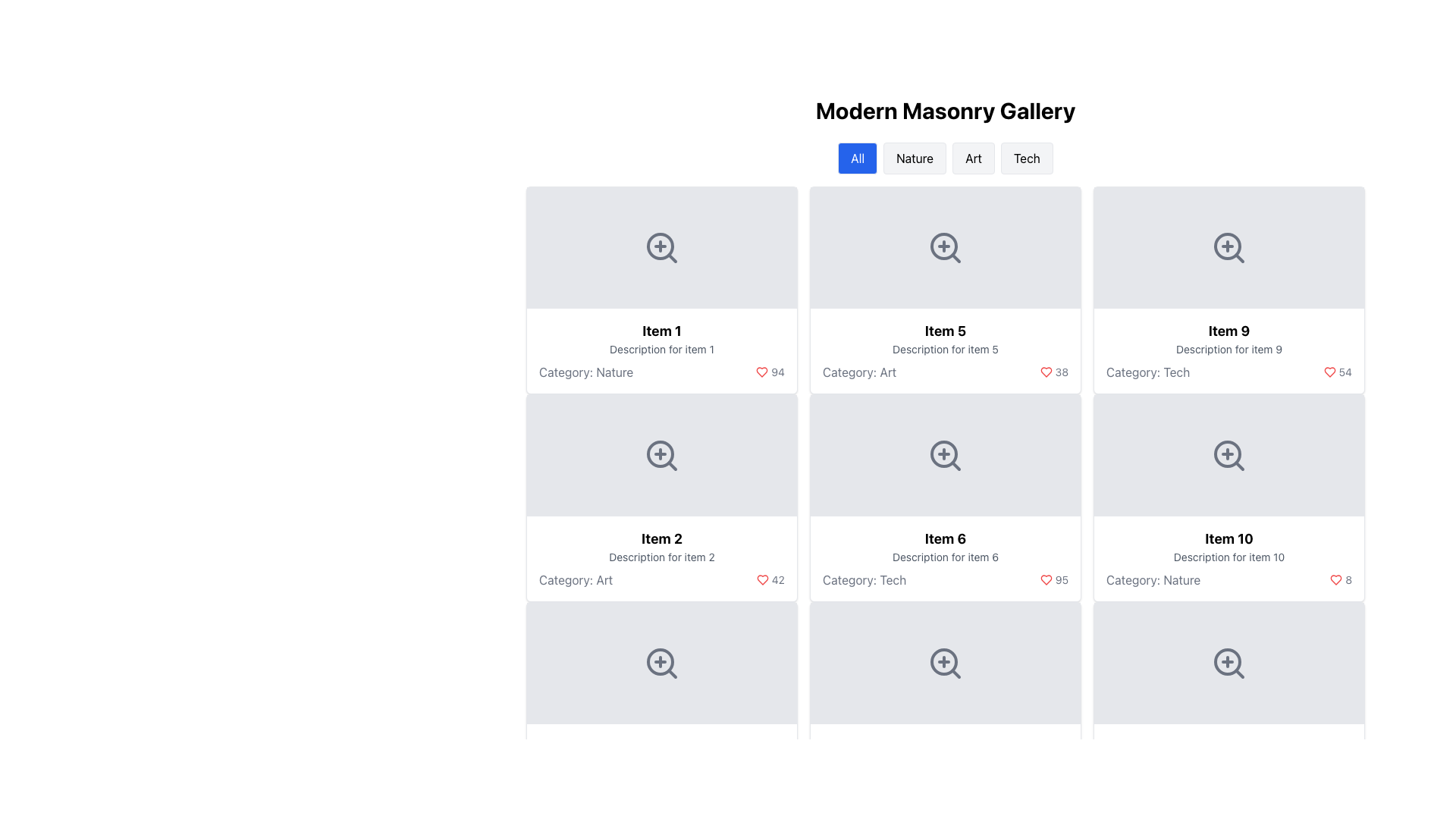  What do you see at coordinates (945, 110) in the screenshot?
I see `text label 'Modern Masonry Gallery' which is a bold and large header centered at the top of the page` at bounding box center [945, 110].